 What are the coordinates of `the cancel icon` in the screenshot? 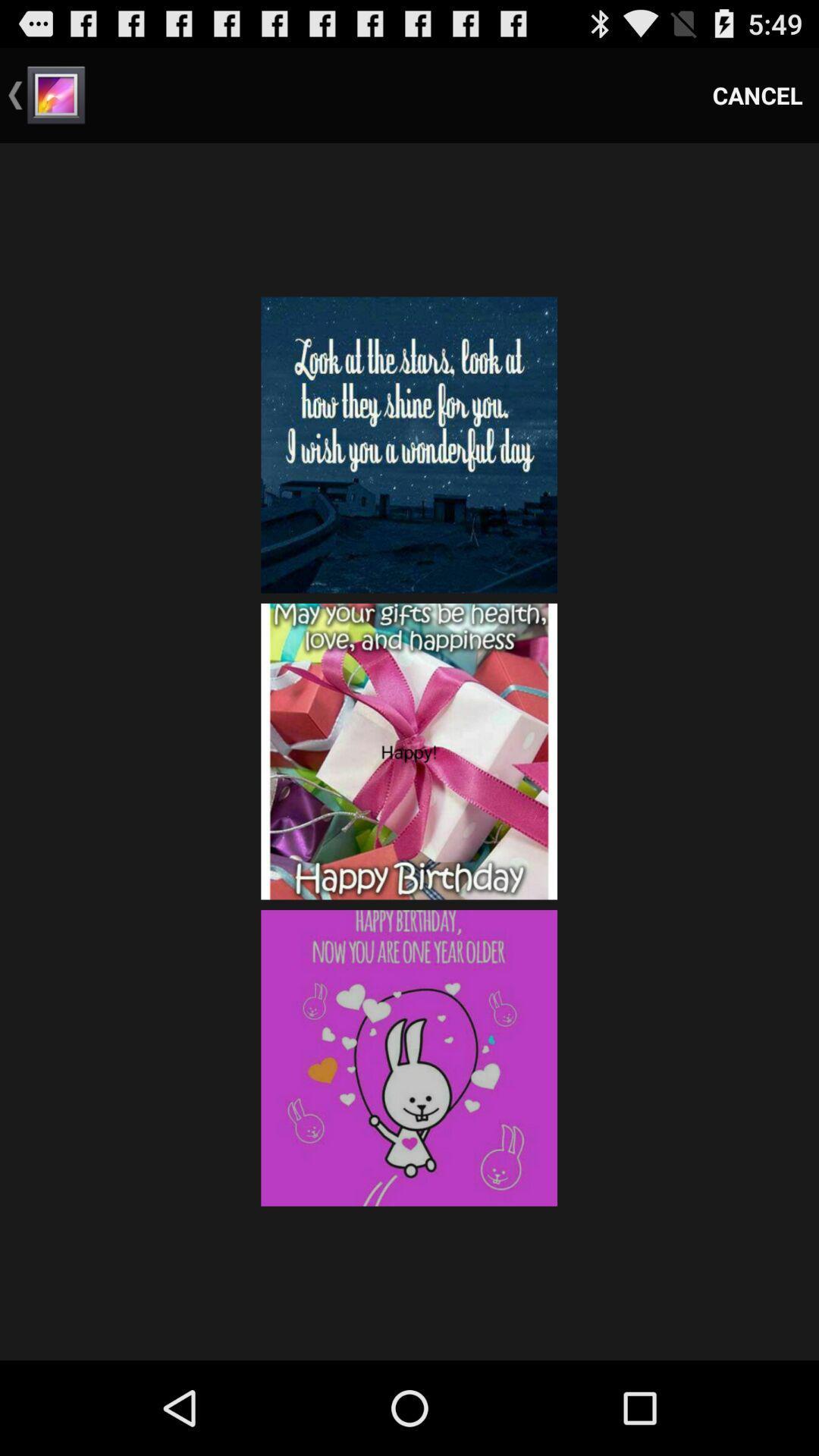 It's located at (758, 94).